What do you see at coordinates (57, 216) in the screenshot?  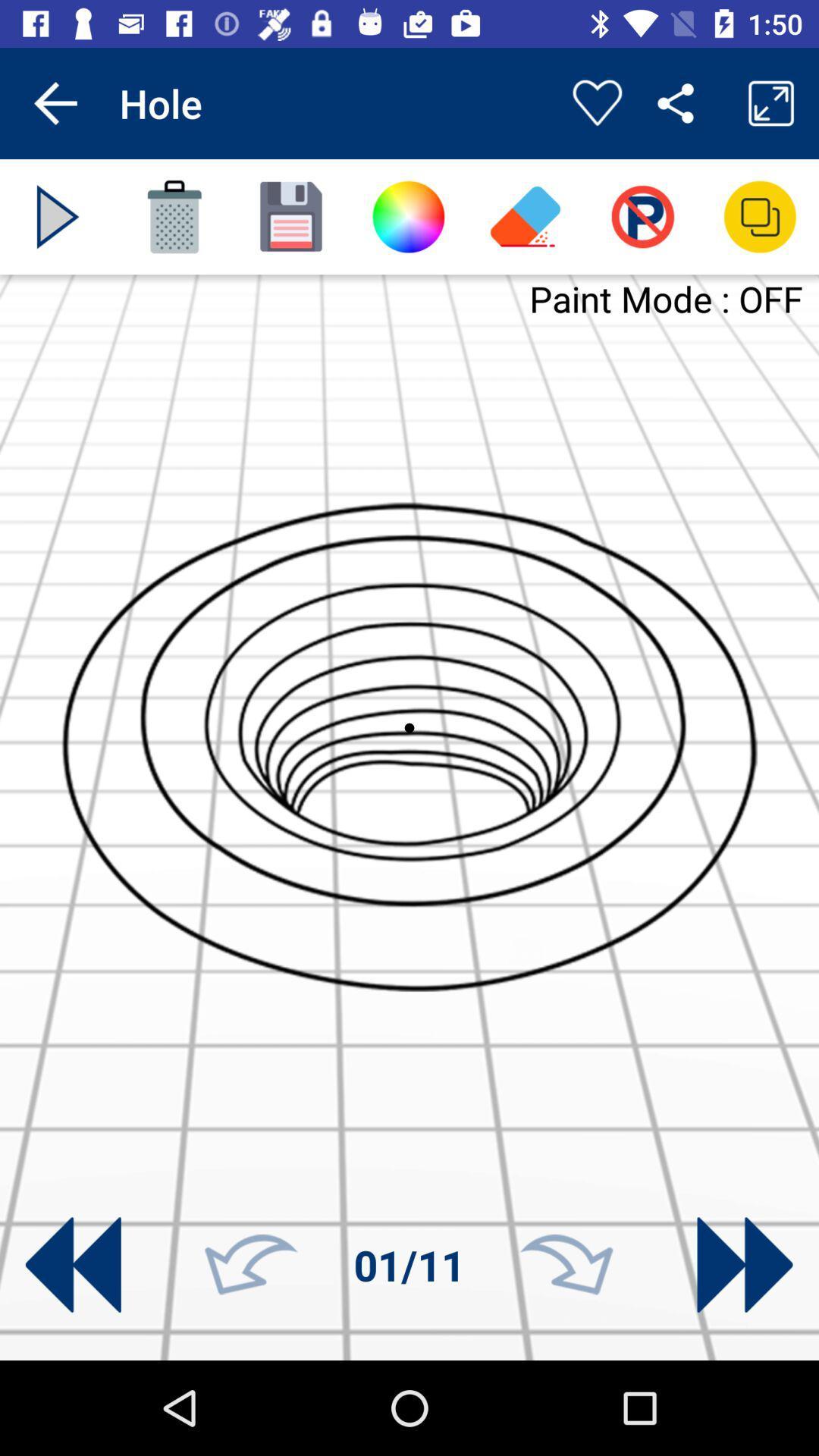 I see `button` at bounding box center [57, 216].